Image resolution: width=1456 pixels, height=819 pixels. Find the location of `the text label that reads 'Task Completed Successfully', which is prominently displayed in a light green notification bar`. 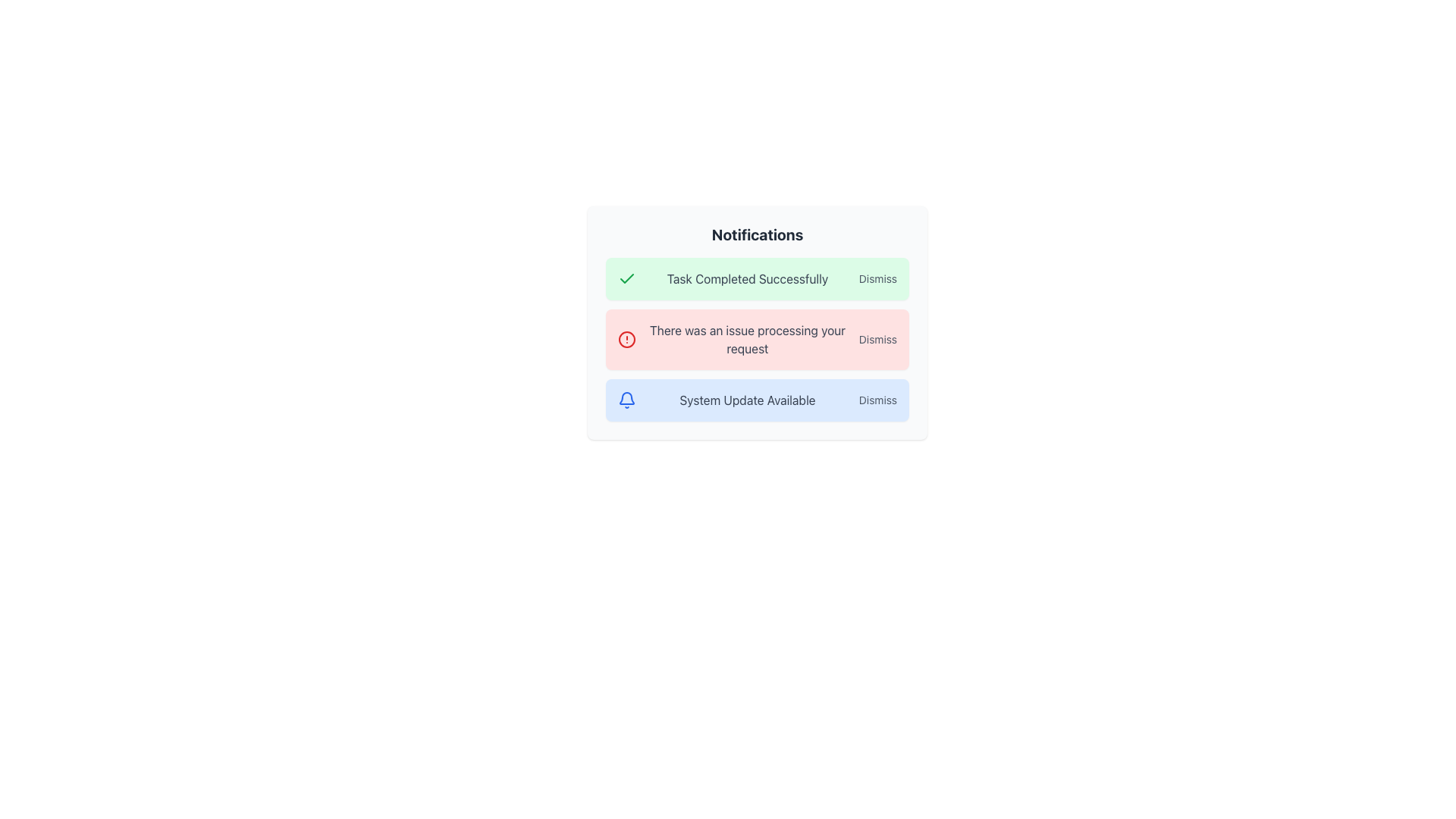

the text label that reads 'Task Completed Successfully', which is prominently displayed in a light green notification bar is located at coordinates (747, 278).